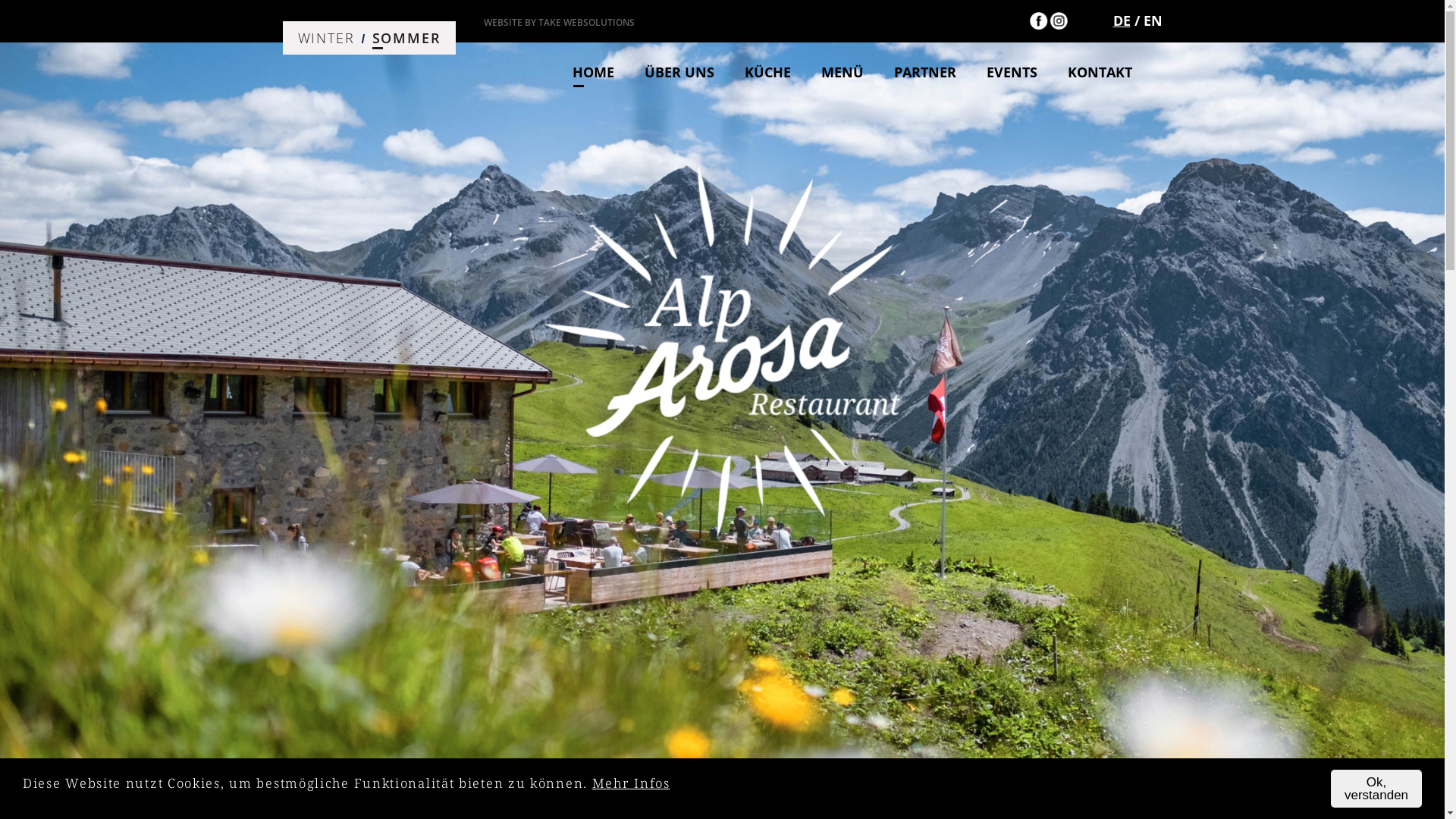  I want to click on 'DE', so click(1122, 20).